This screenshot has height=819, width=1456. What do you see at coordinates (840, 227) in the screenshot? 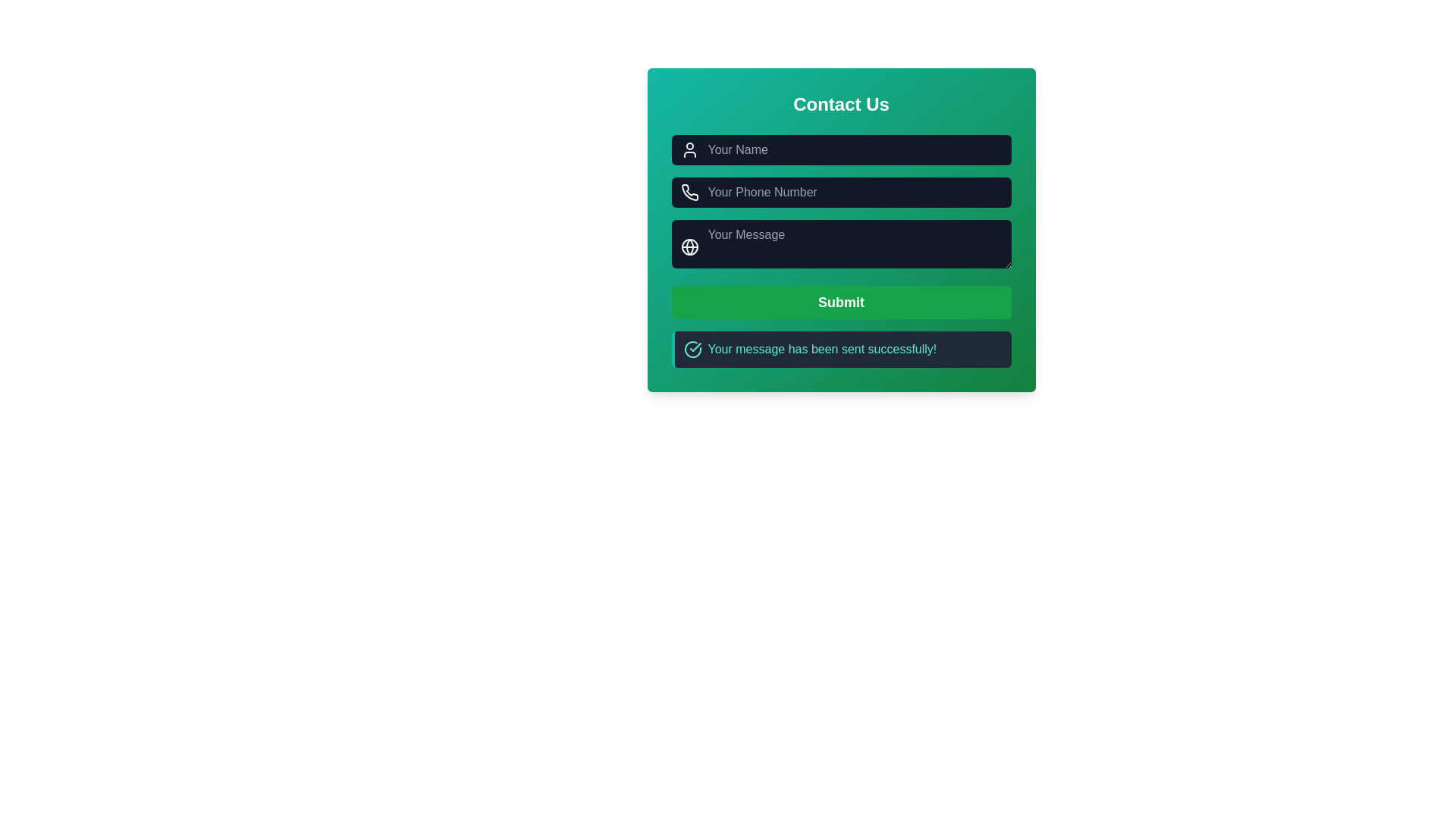
I see `the dark input field with rounded corners labeled 'Your Message' to focus on it` at bounding box center [840, 227].